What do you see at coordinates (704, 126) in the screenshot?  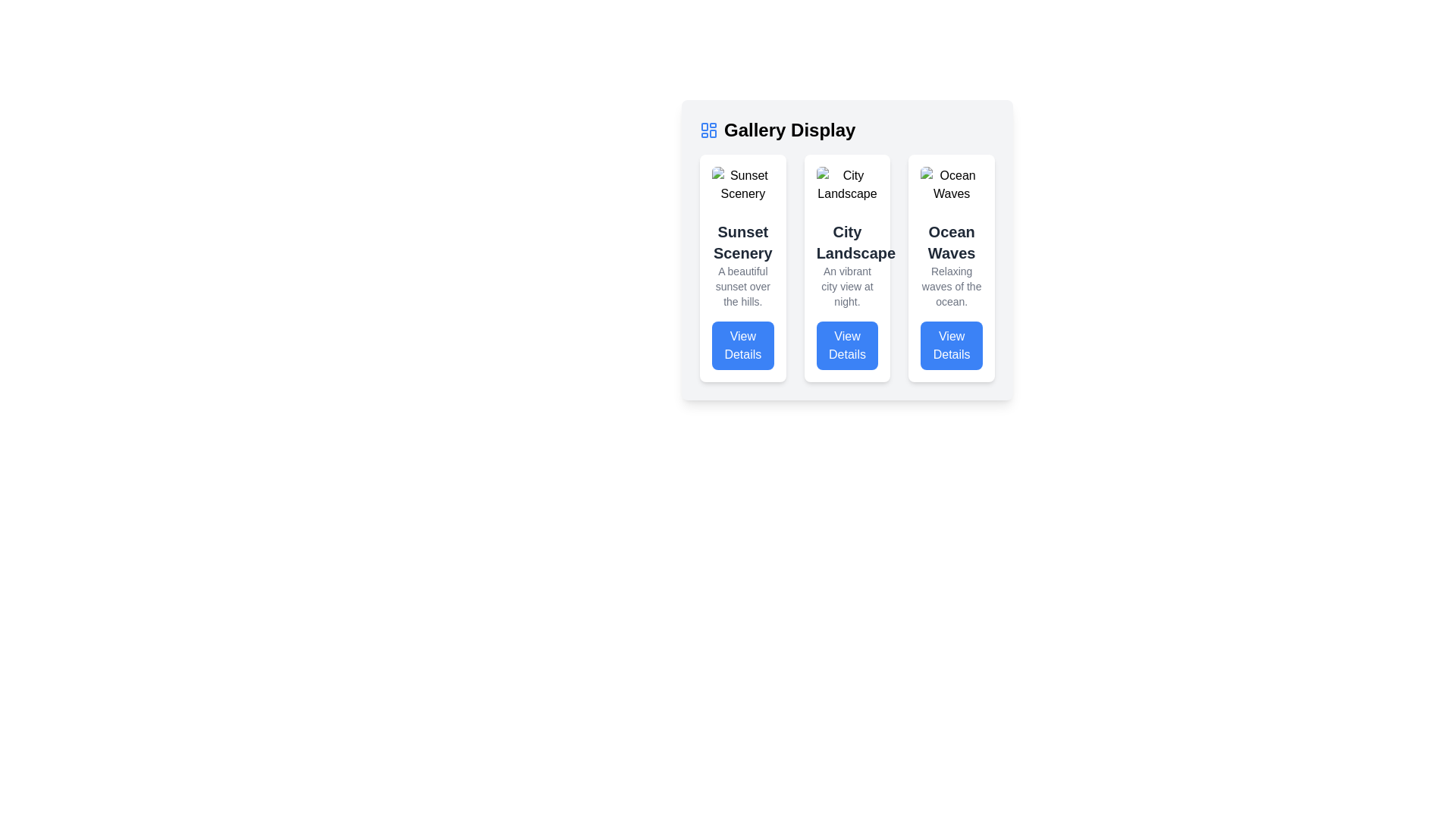 I see `the Graphical Icon Section` at bounding box center [704, 126].